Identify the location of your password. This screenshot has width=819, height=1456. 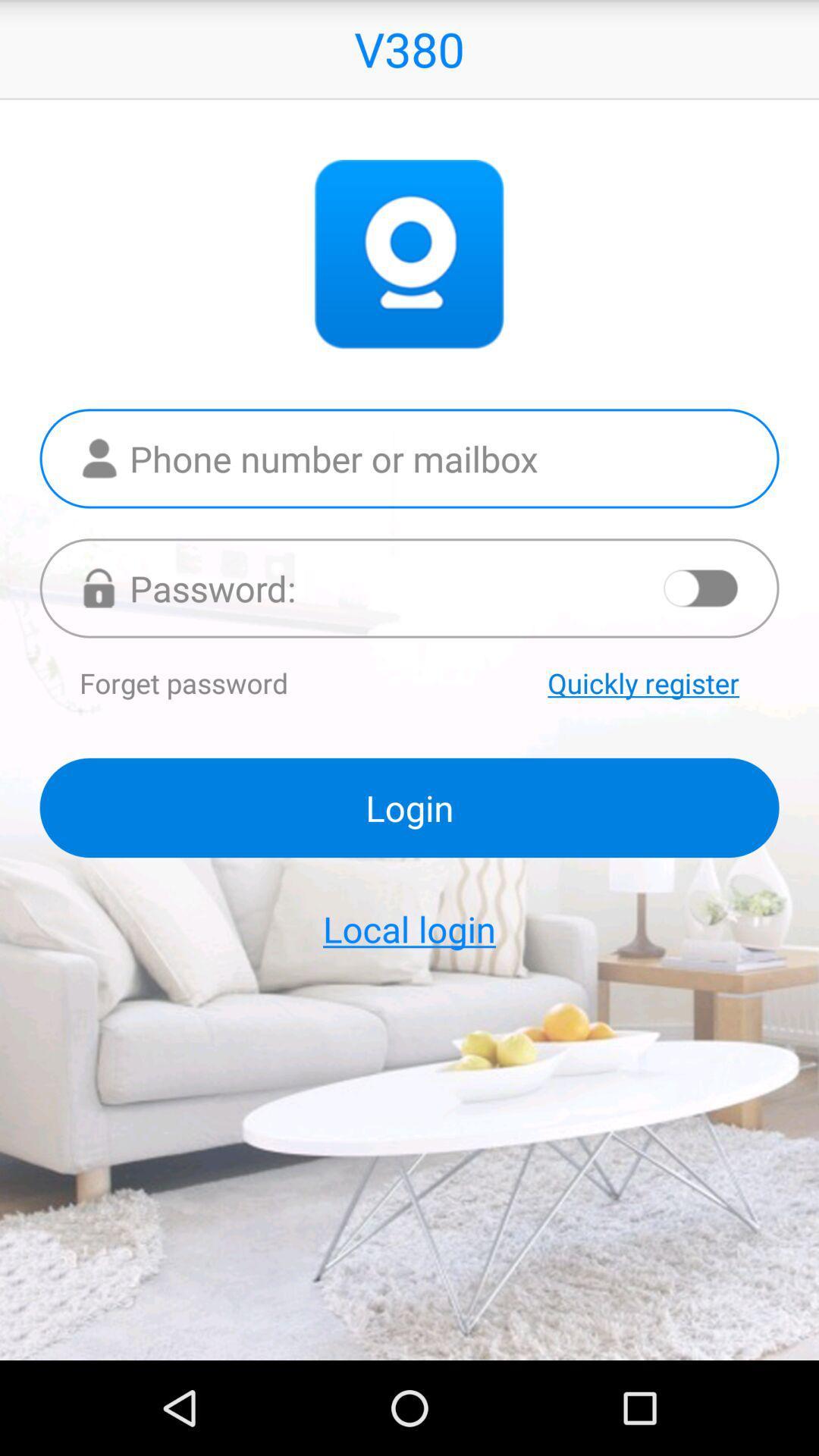
(409, 587).